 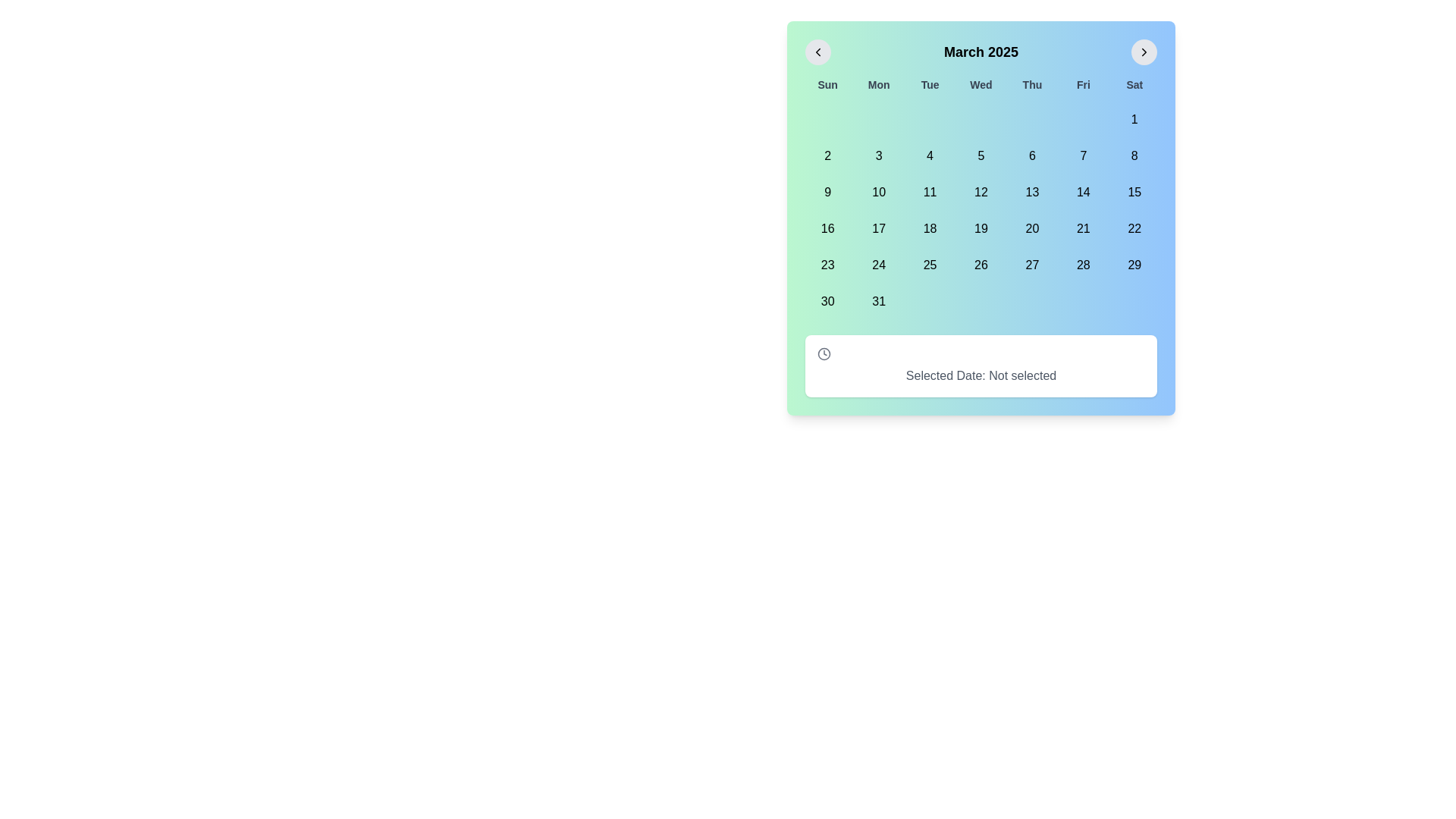 I want to click on the small dot-like indicator located under the 'Fri' column in the calendar interface, positioned in the topmost row of the grid, so click(x=1082, y=119).